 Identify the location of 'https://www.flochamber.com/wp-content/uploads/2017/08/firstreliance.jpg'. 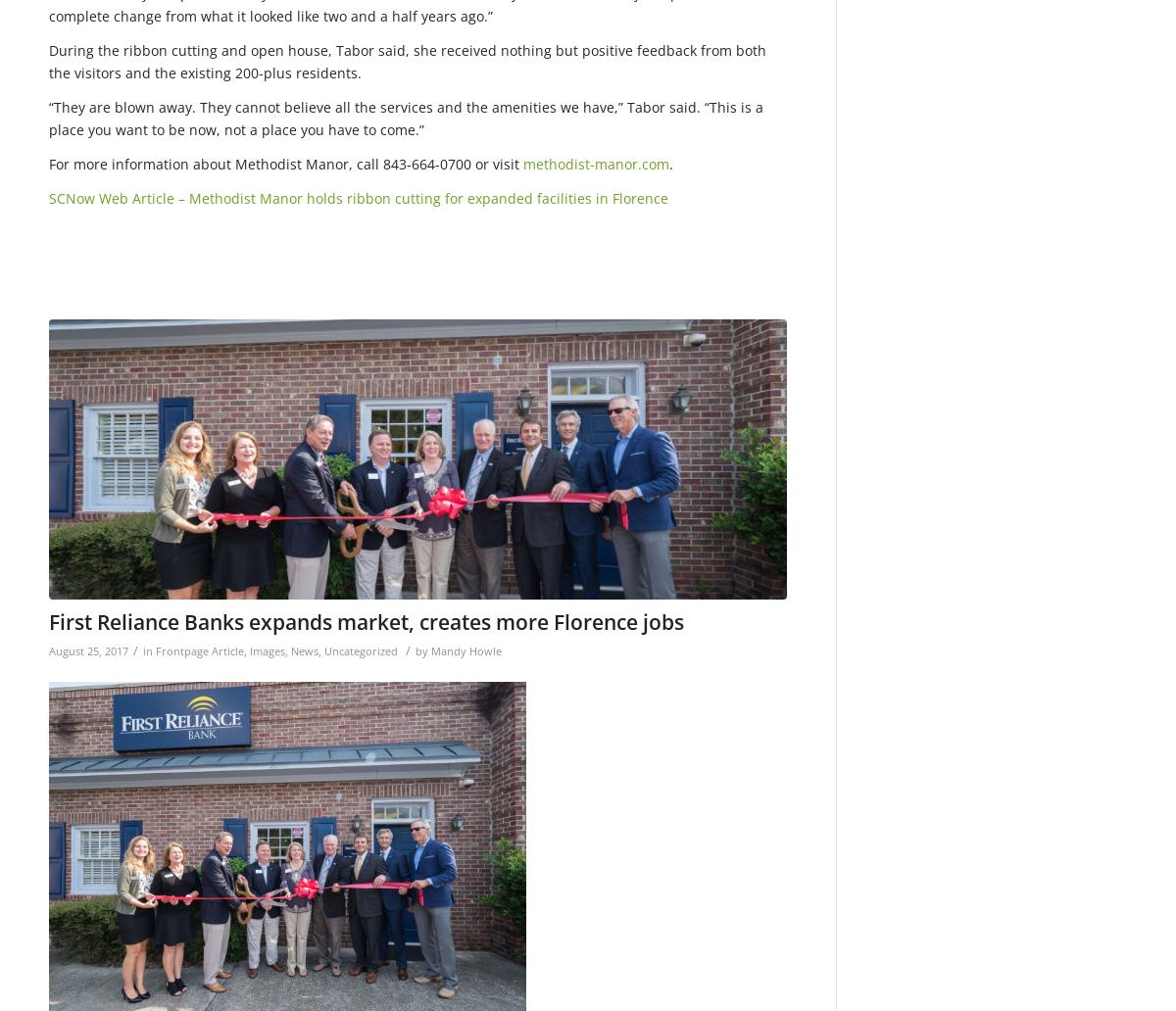
(49, 330).